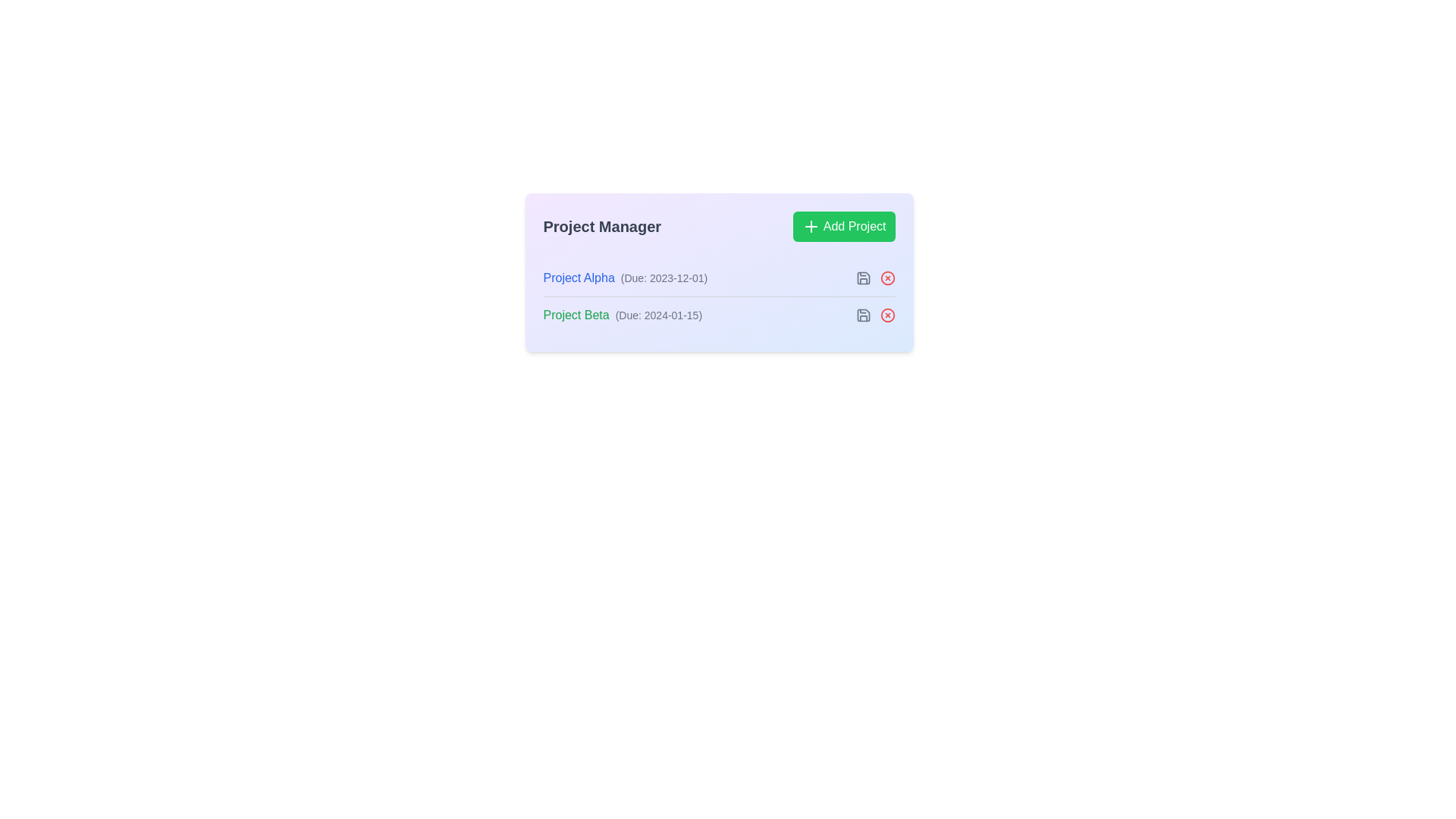 The width and height of the screenshot is (1456, 819). I want to click on the 'Project Alpha' text label located in the 'Project Manager' section, which is the first visible item in the list of projects, so click(578, 278).